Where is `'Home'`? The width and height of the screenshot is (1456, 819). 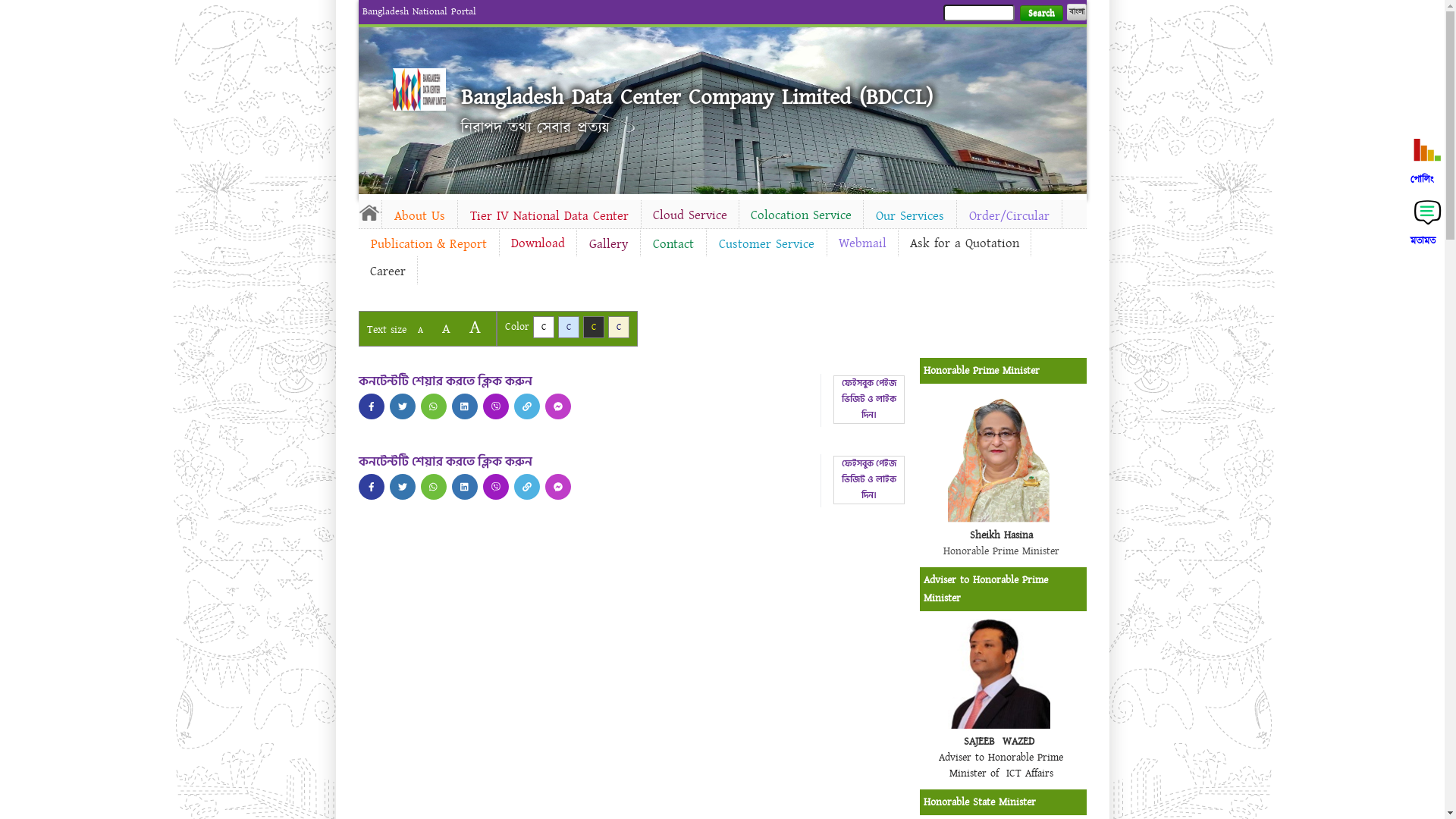
'Home' is located at coordinates (393, 89).